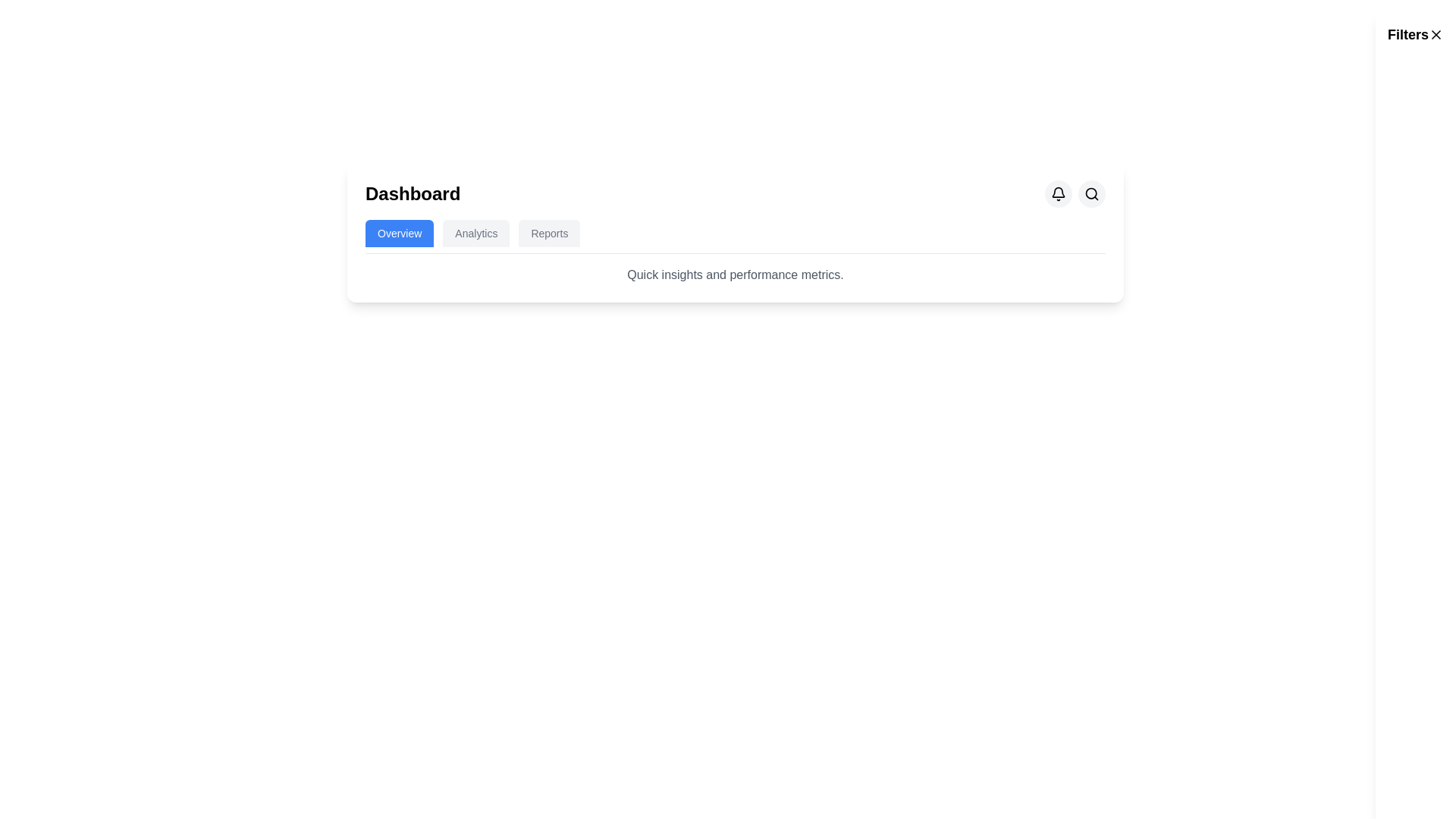  What do you see at coordinates (548, 234) in the screenshot?
I see `the 'Reports' tab, which is a rounded rectangular button with a light gray background and gray text, located in the upper-middle of the interface` at bounding box center [548, 234].